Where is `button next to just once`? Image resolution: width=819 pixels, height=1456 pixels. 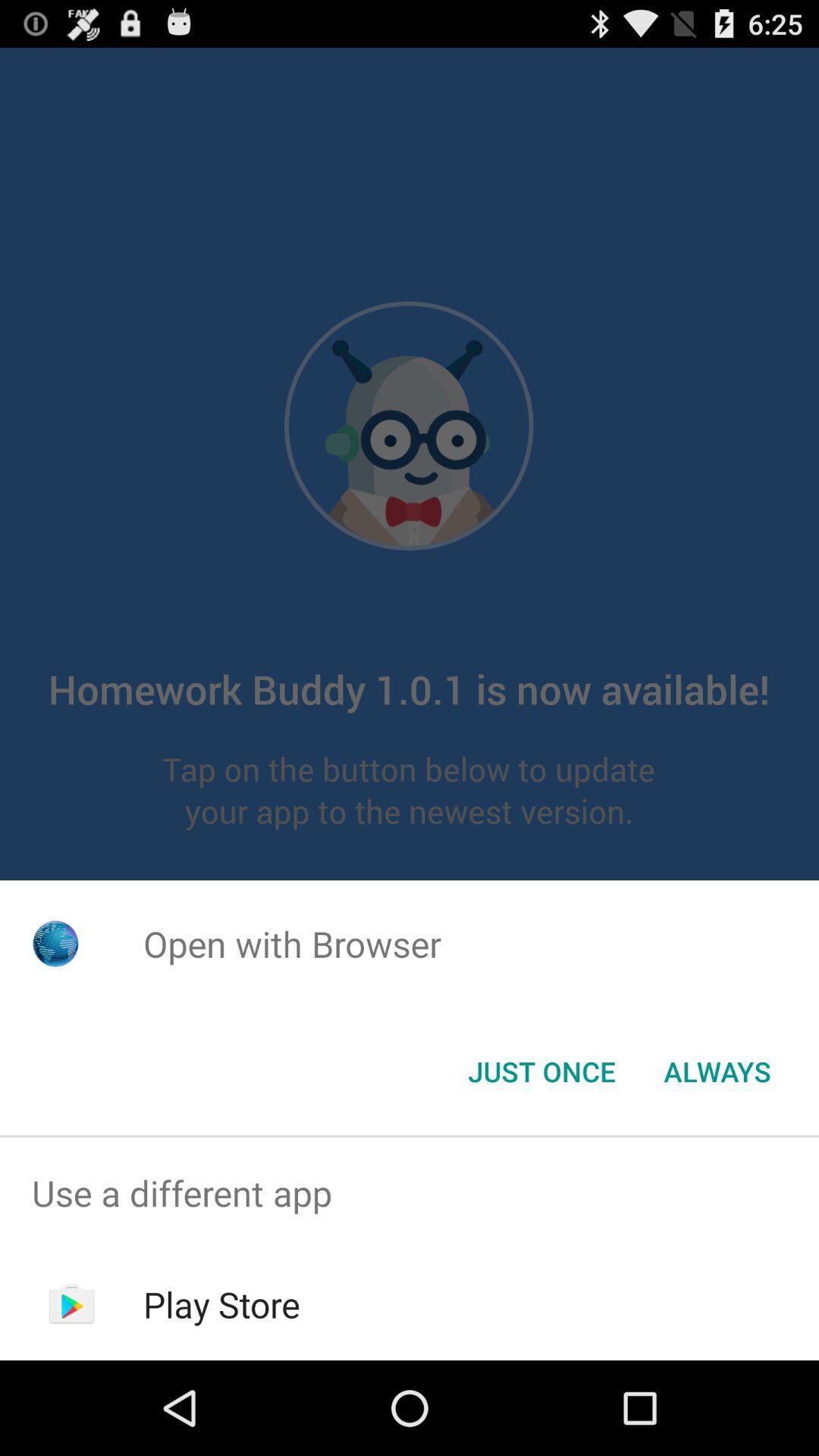 button next to just once is located at coordinates (717, 1070).